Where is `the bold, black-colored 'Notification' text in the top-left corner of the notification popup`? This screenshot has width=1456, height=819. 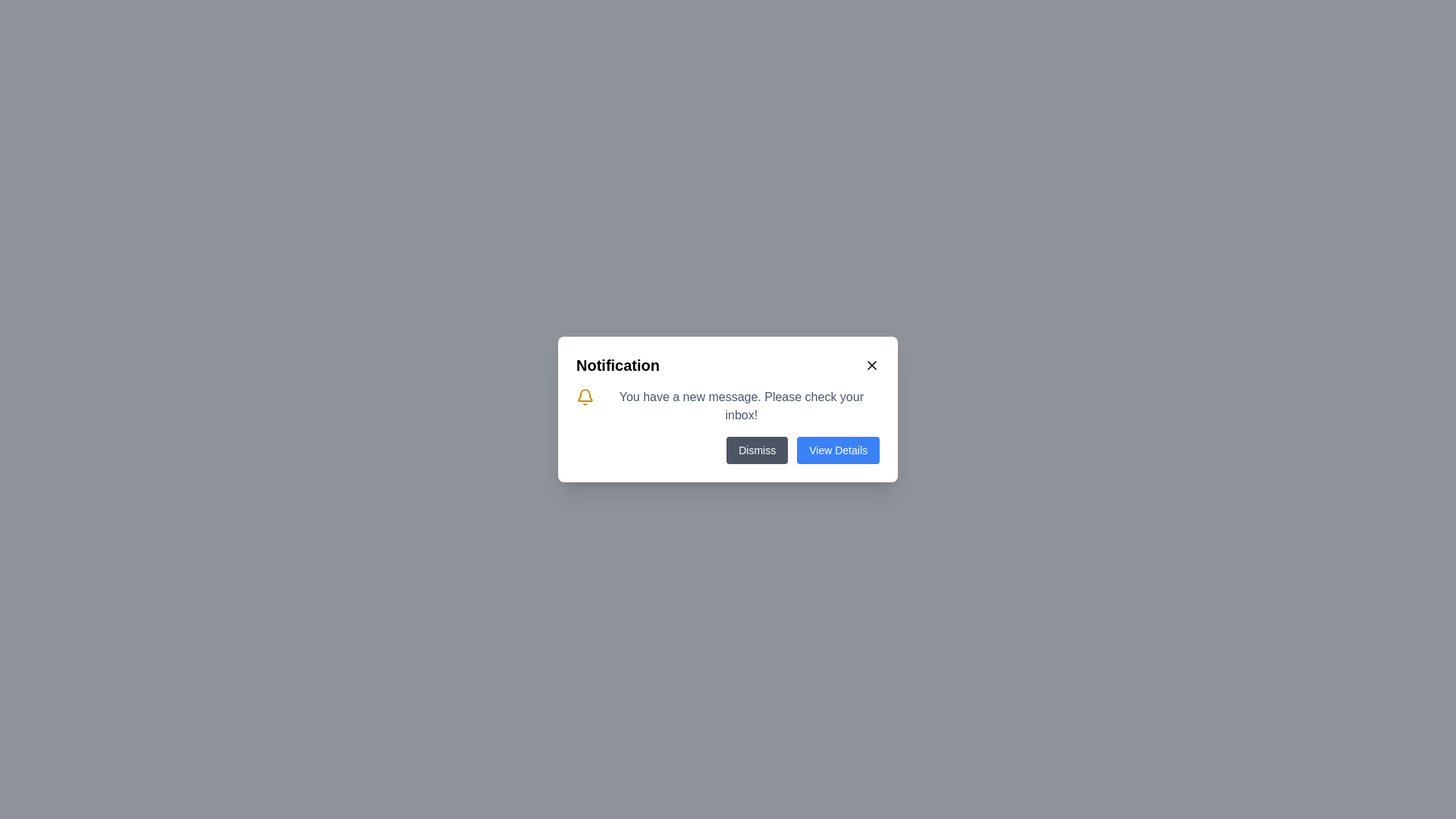 the bold, black-colored 'Notification' text in the top-left corner of the notification popup is located at coordinates (618, 366).